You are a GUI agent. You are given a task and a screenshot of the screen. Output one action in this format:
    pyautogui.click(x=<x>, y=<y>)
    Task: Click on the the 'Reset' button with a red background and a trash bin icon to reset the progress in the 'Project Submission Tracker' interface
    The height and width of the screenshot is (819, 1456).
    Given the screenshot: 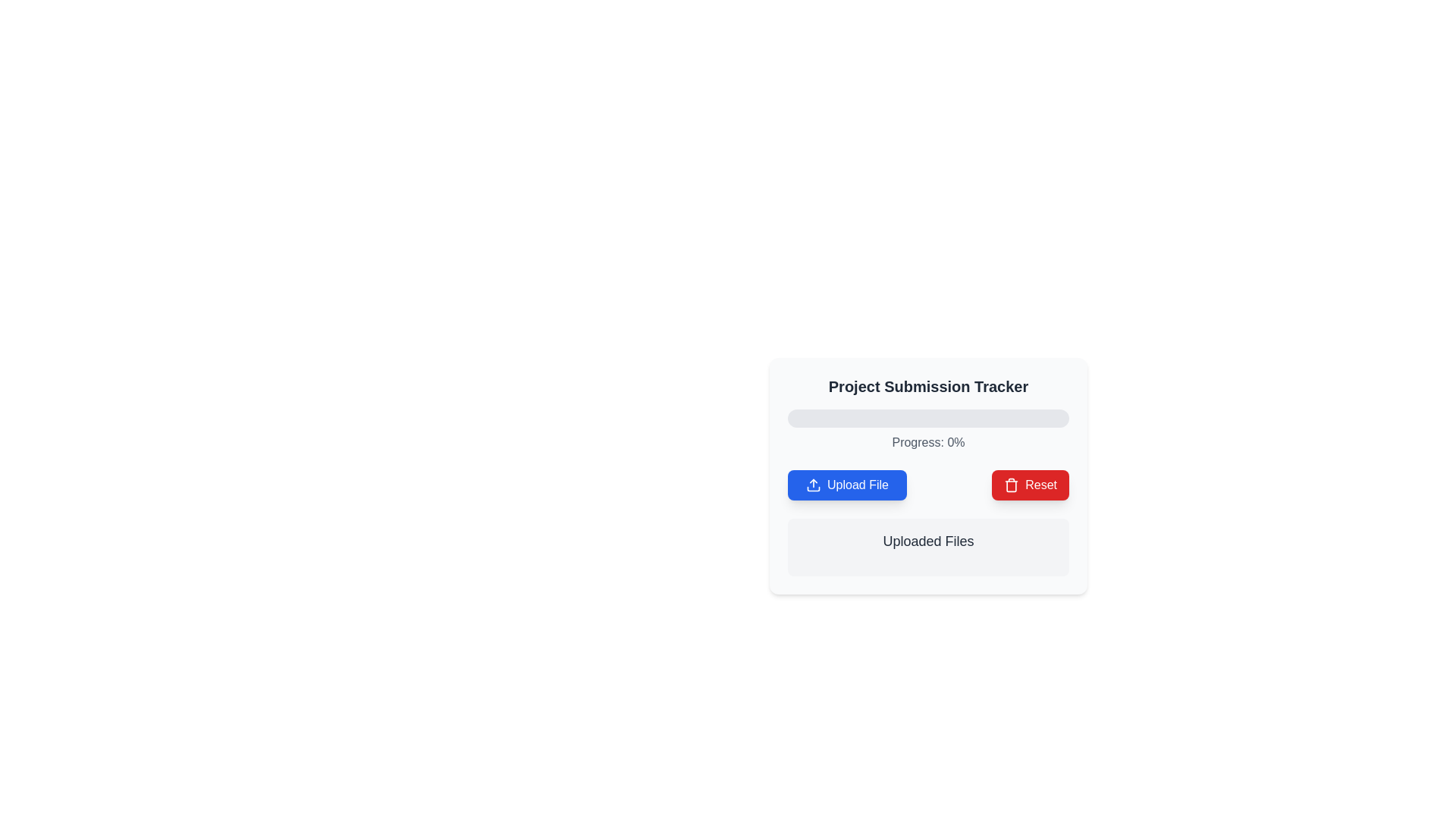 What is the action you would take?
    pyautogui.click(x=1030, y=485)
    